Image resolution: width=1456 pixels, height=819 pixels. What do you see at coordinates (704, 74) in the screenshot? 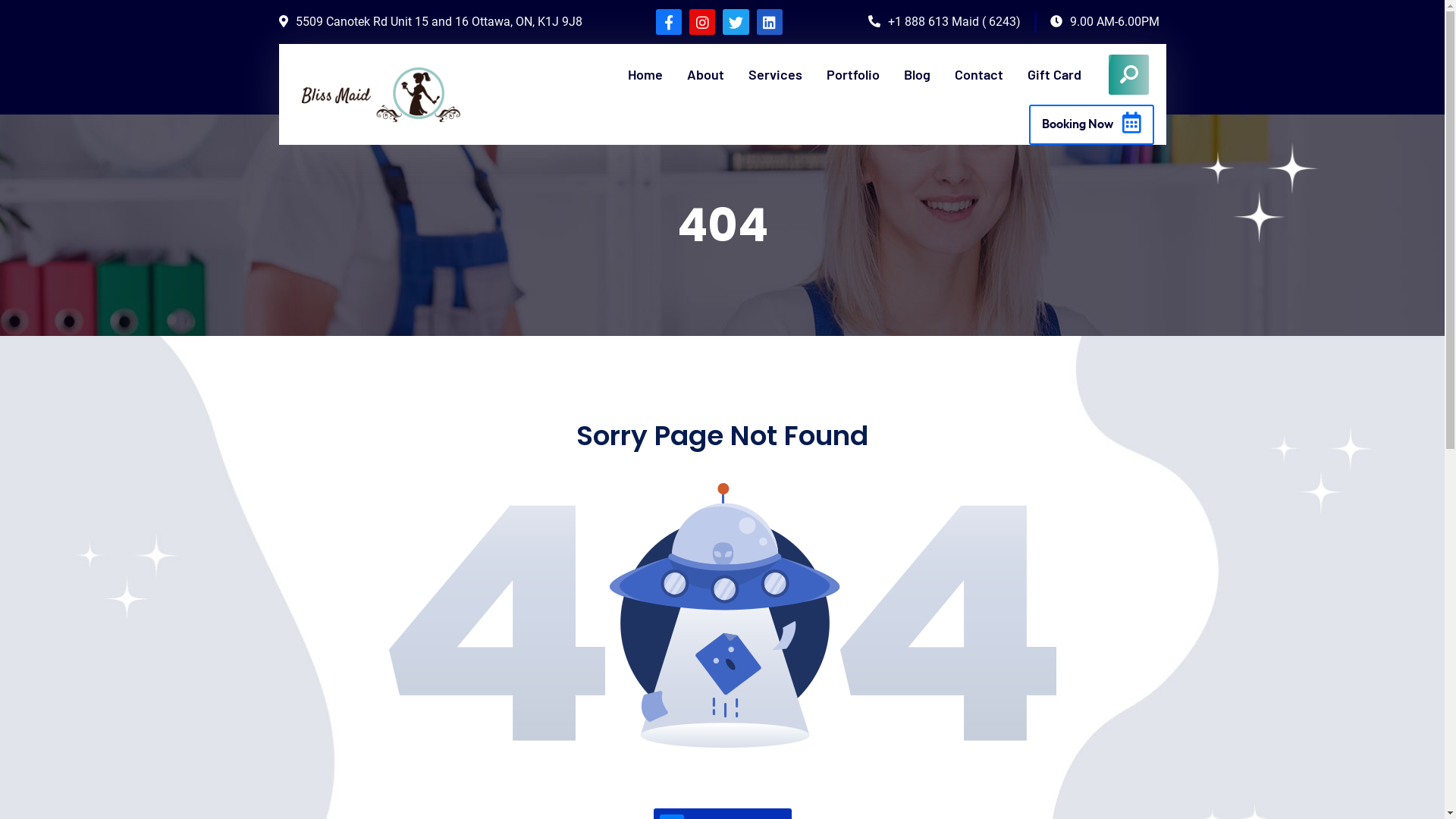
I see `'About'` at bounding box center [704, 74].